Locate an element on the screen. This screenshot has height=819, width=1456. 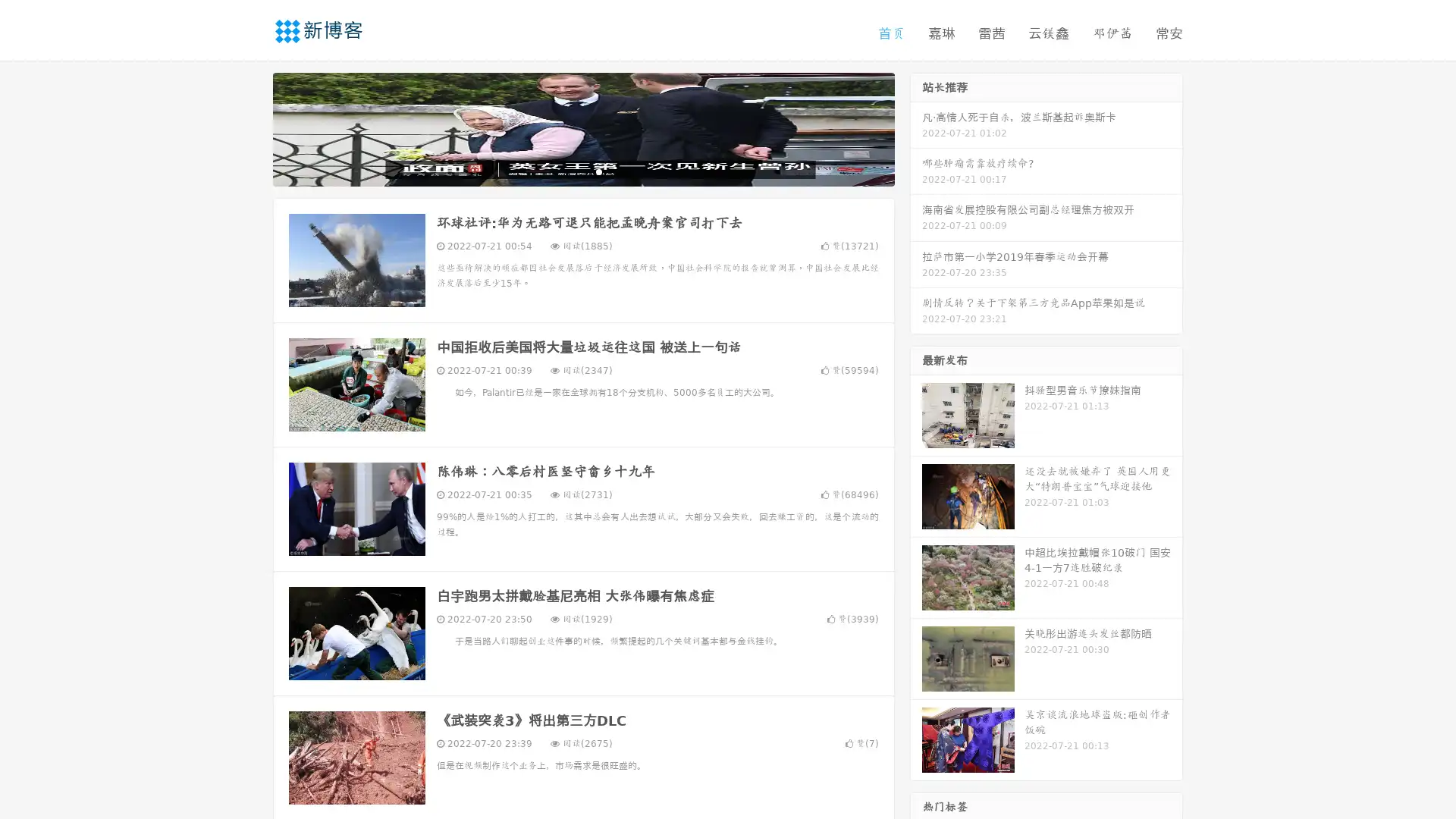
Go to slide 2 is located at coordinates (582, 171).